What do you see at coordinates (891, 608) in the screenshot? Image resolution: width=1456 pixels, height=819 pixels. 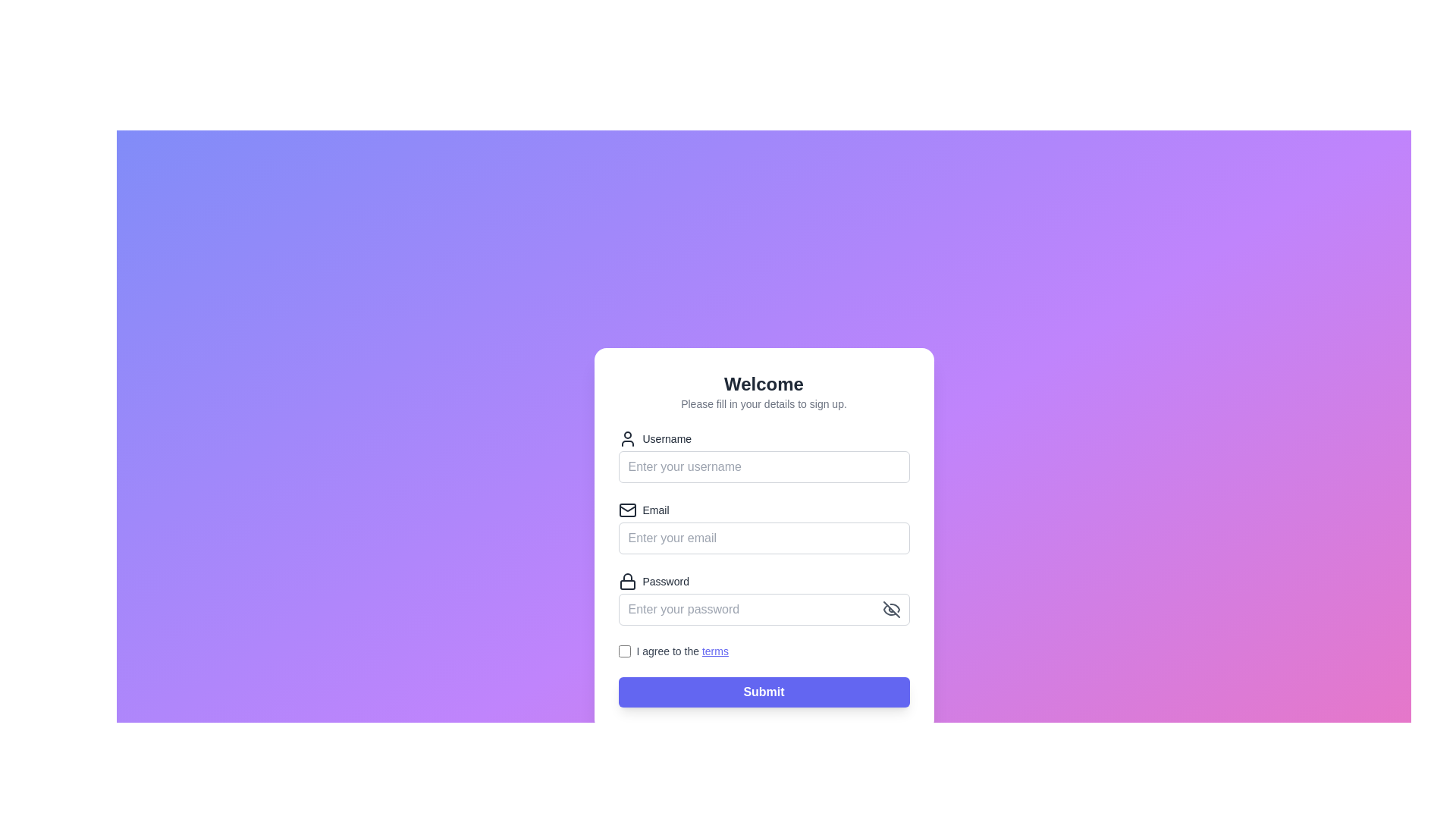 I see `the eye-off icon on the far right side of the password input field` at bounding box center [891, 608].